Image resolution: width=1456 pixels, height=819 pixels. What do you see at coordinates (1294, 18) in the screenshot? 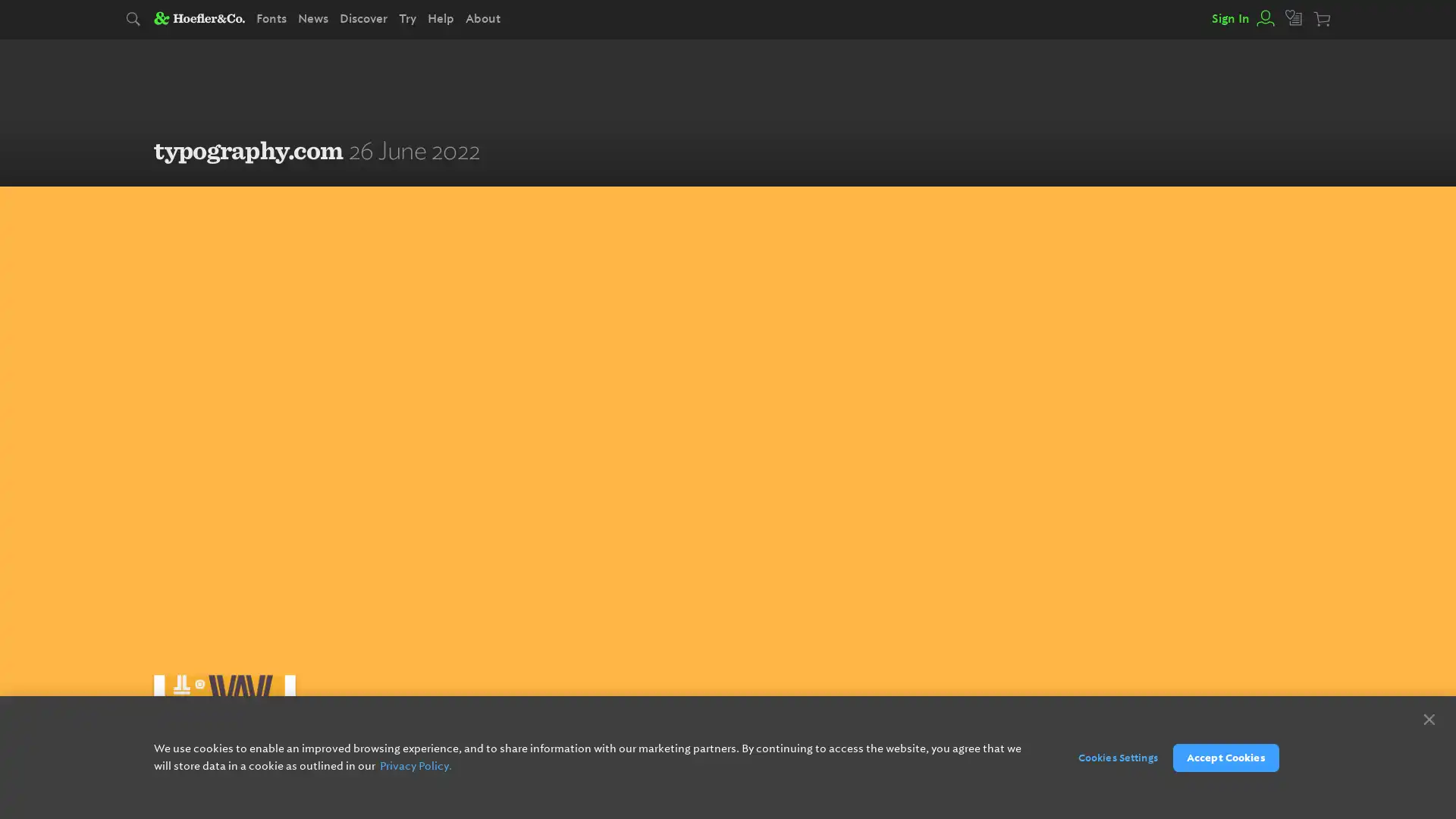
I see `View your favorites` at bounding box center [1294, 18].